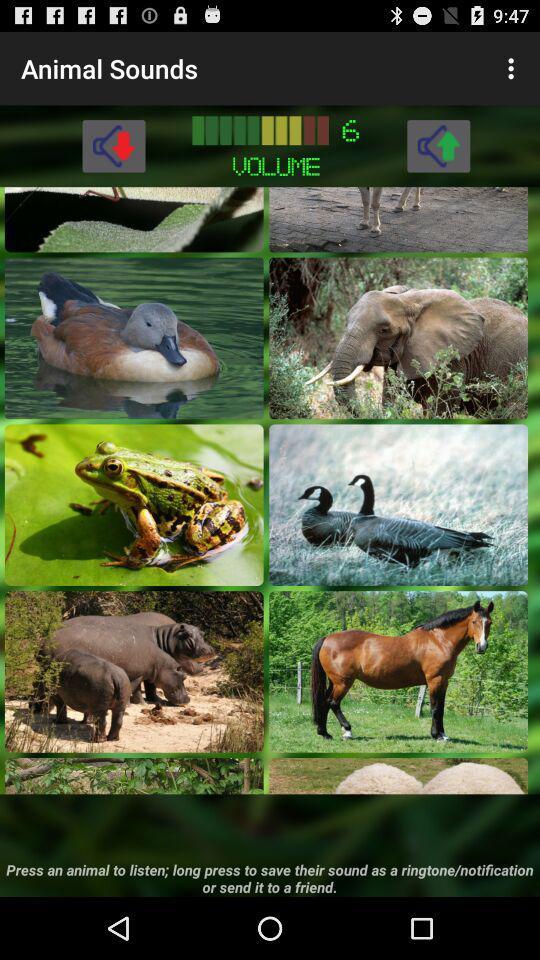 Image resolution: width=540 pixels, height=960 pixels. Describe the element at coordinates (134, 338) in the screenshot. I see `duck sound` at that location.